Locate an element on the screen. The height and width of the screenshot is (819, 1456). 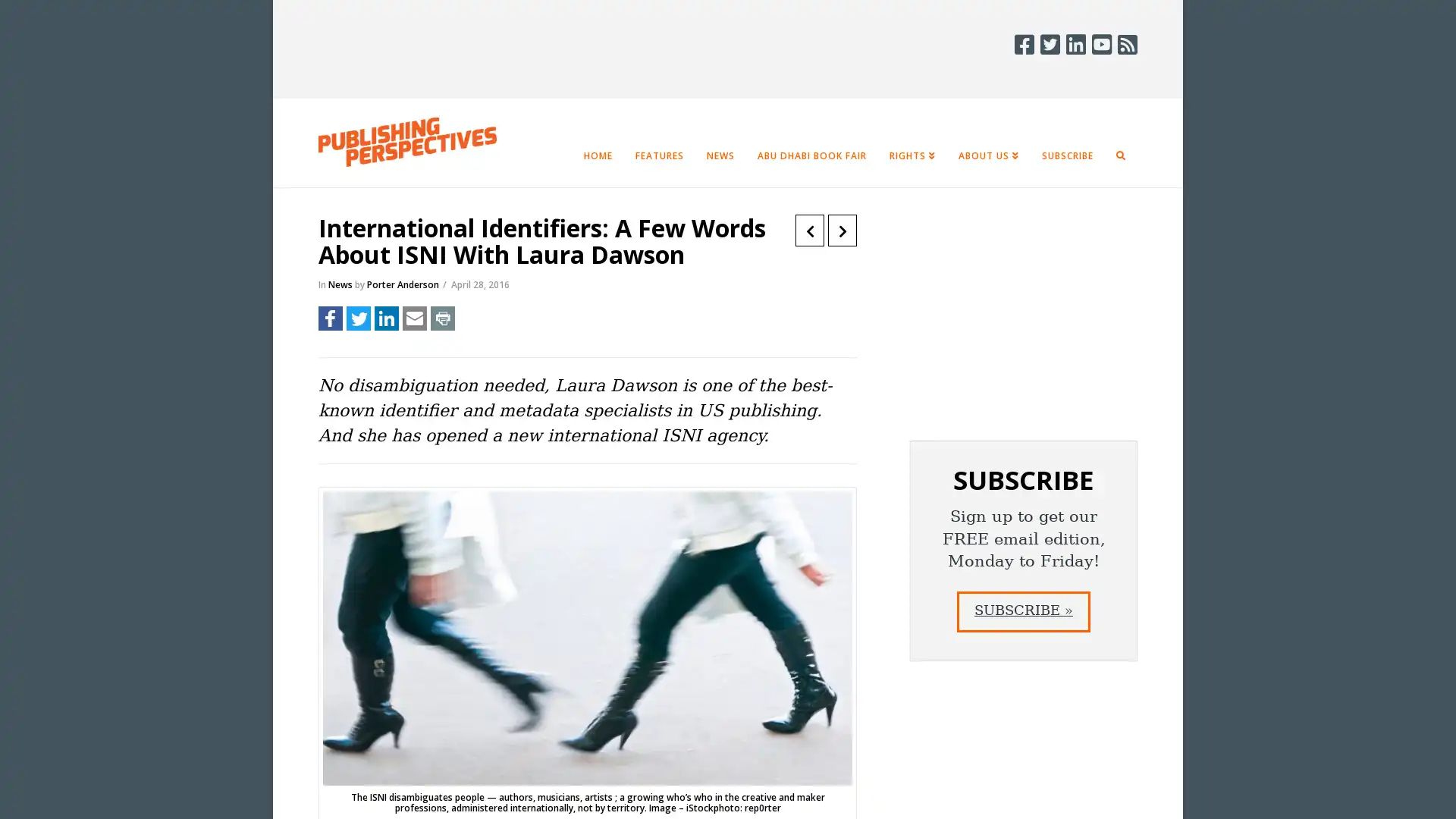
Share to Email is located at coordinates (415, 318).